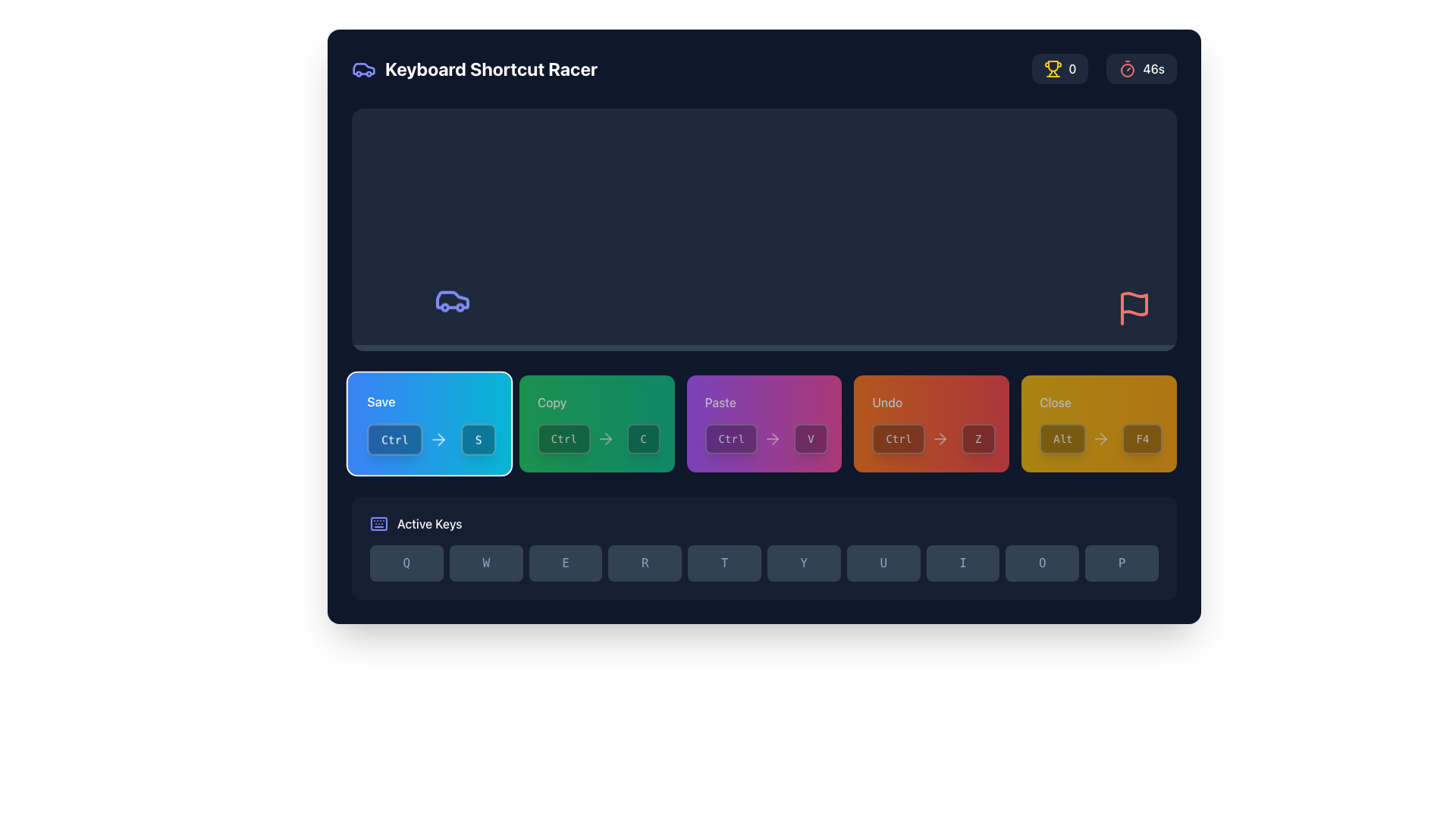  Describe the element at coordinates (381, 400) in the screenshot. I see `text 'Save' displayed in the white font within the blue button, which is the first in a series of horizontal buttons at the bottom of the interface` at that location.